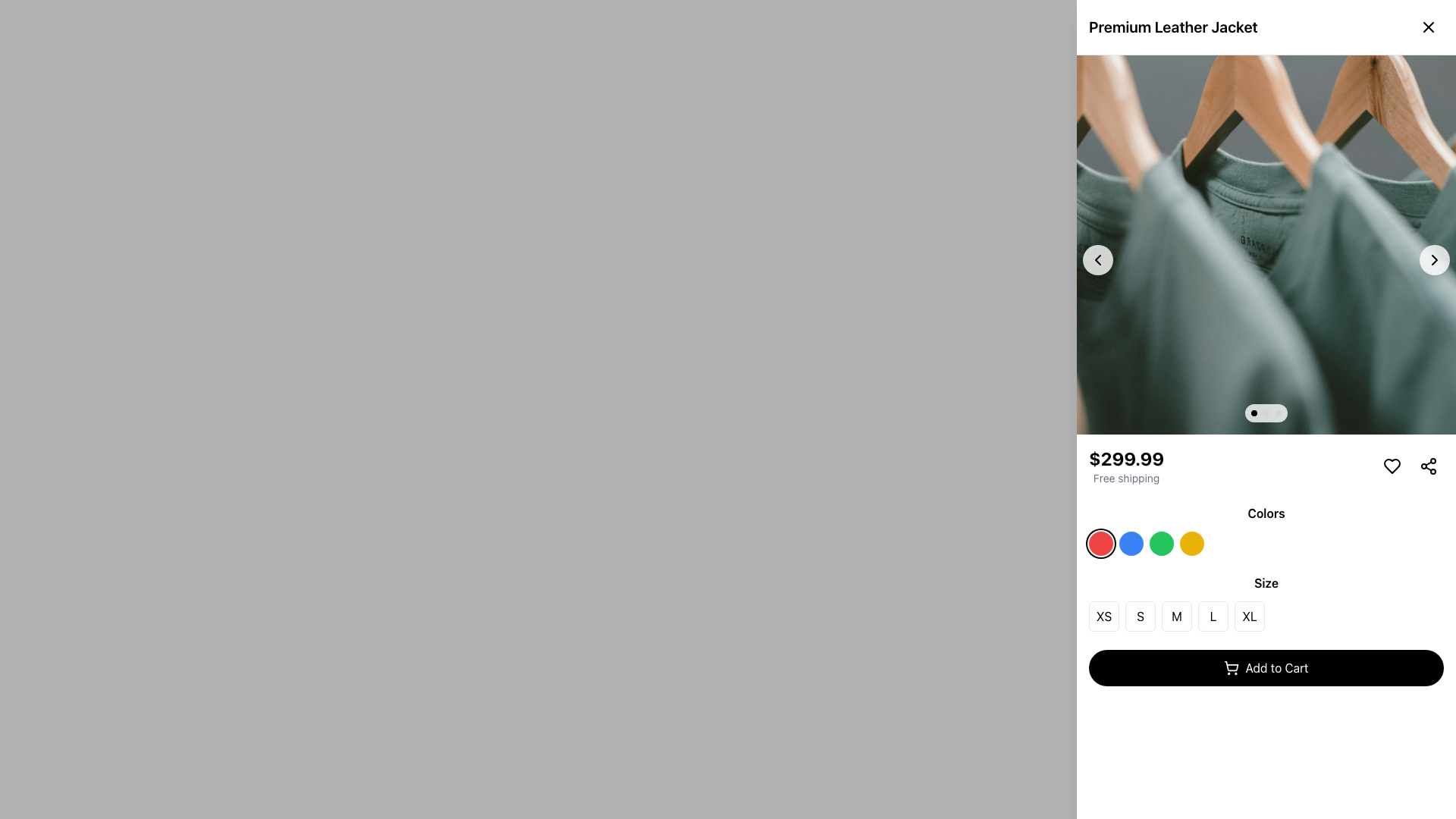 The image size is (1456, 819). I want to click on the size option buttons in the row of size selection options marked 'XS', 'S', 'M', 'L', and 'XL', so click(1266, 617).